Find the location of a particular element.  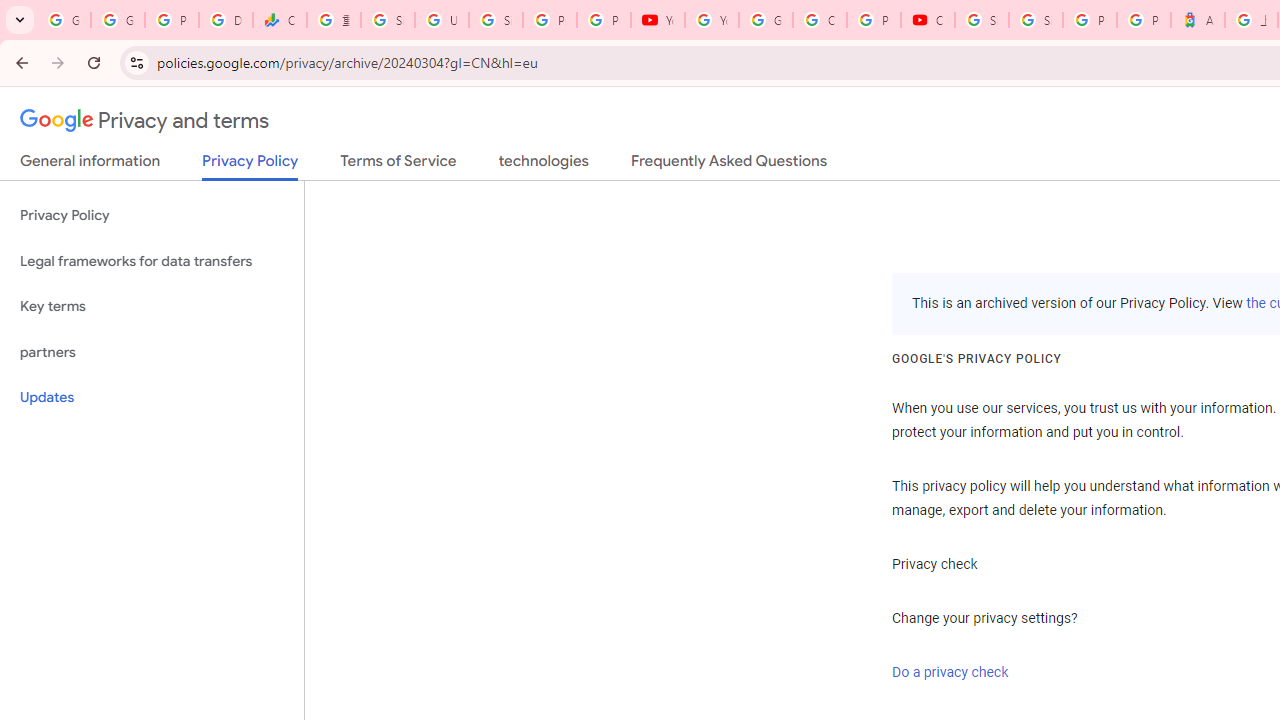

'Key terms' is located at coordinates (151, 306).